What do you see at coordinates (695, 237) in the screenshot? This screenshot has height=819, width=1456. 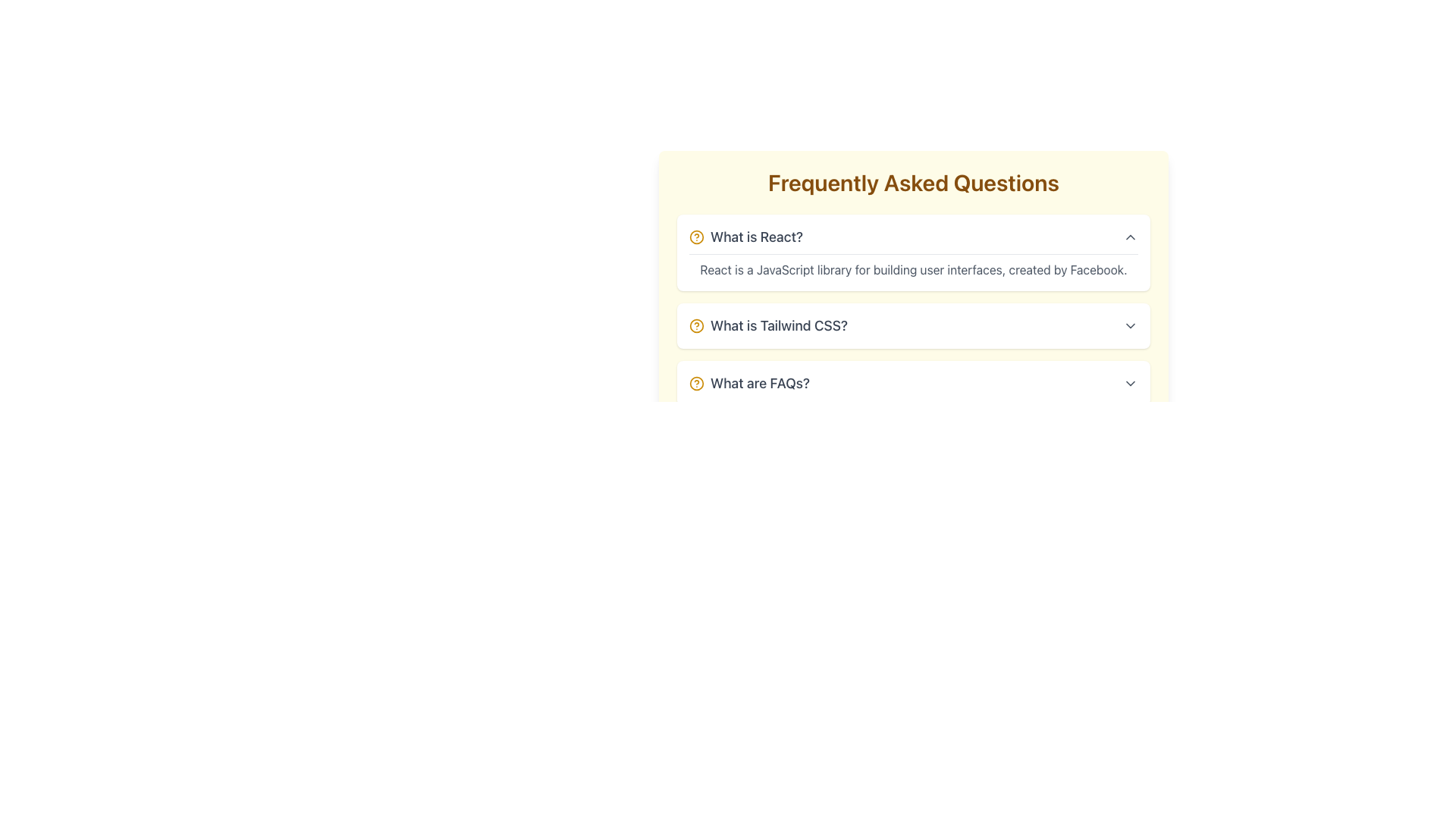 I see `the help icon representing the question 'What is React?' located at the beginning of its row in the FAQ list` at bounding box center [695, 237].